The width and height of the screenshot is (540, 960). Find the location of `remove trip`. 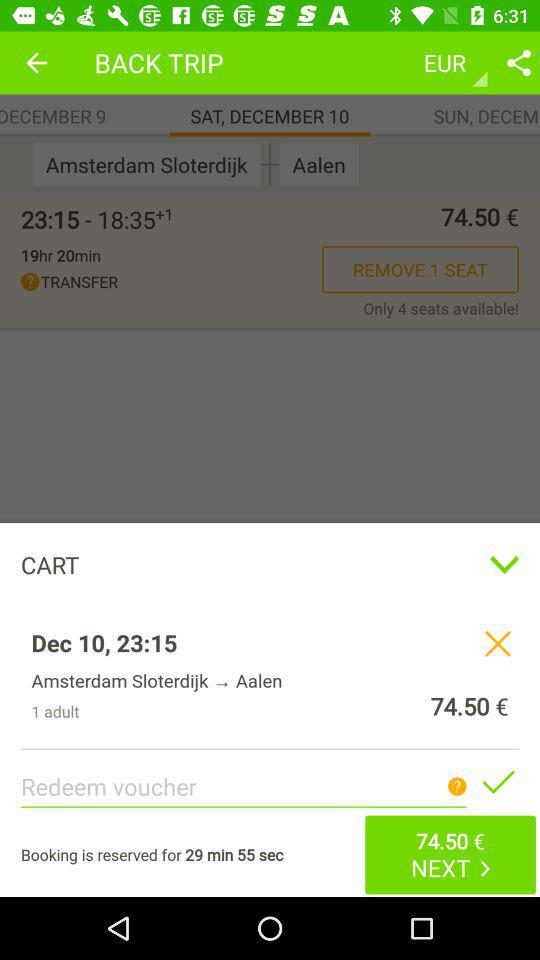

remove trip is located at coordinates (496, 642).